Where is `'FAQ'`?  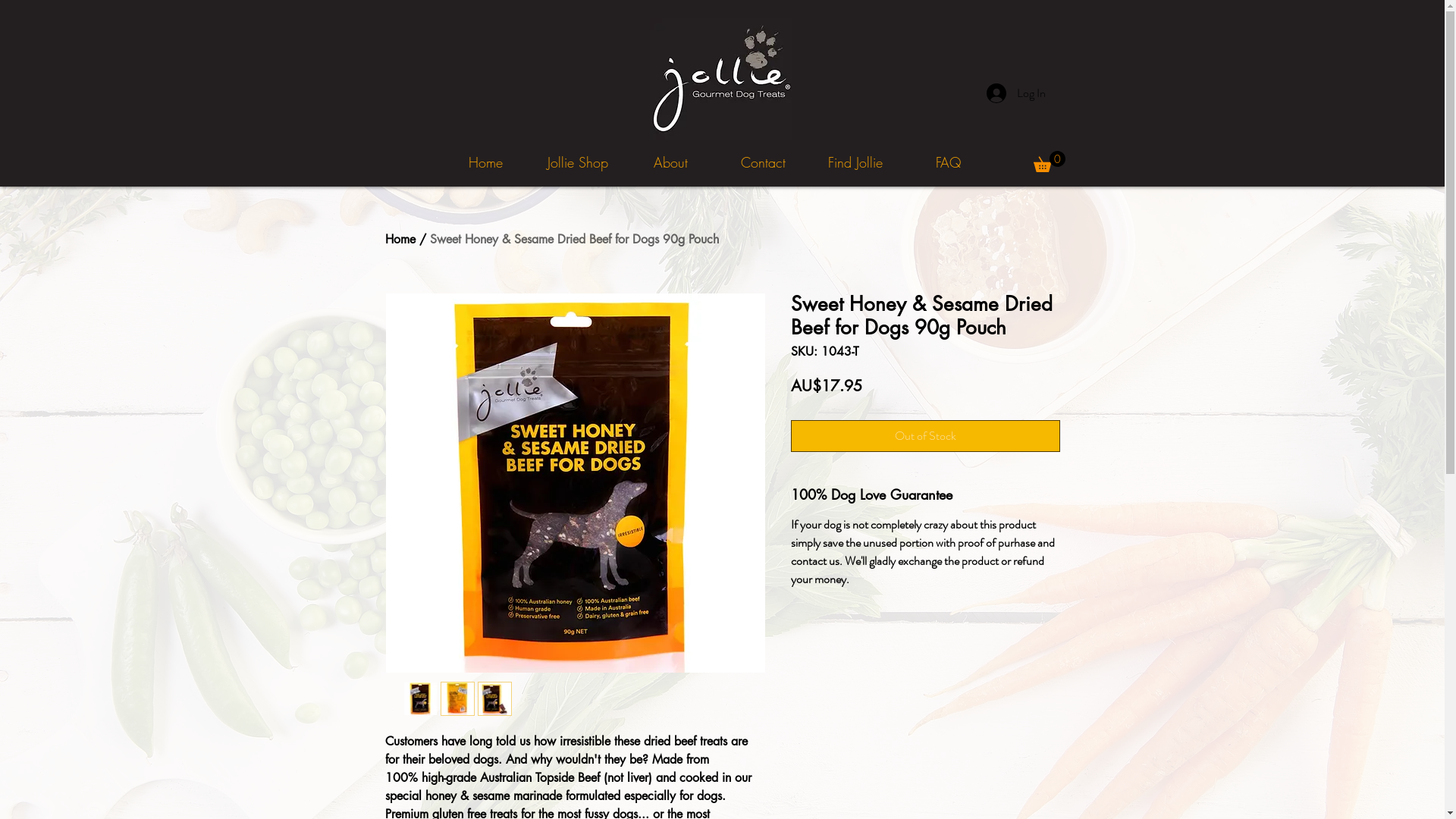
'FAQ' is located at coordinates (946, 162).